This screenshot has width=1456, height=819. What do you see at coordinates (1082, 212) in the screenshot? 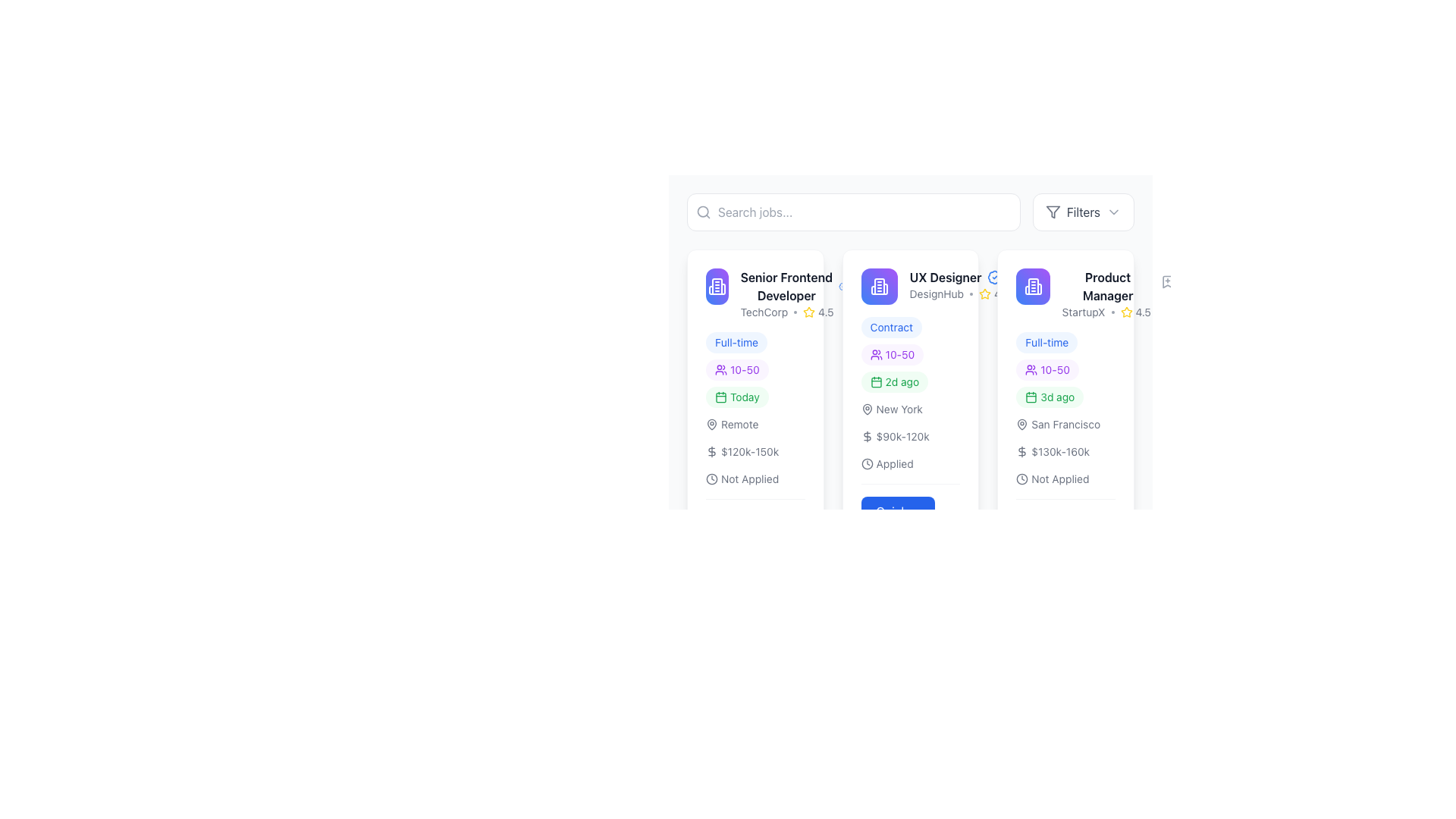
I see `the 'Filters' label element, which displays the text in bold sans-serif font` at bounding box center [1082, 212].